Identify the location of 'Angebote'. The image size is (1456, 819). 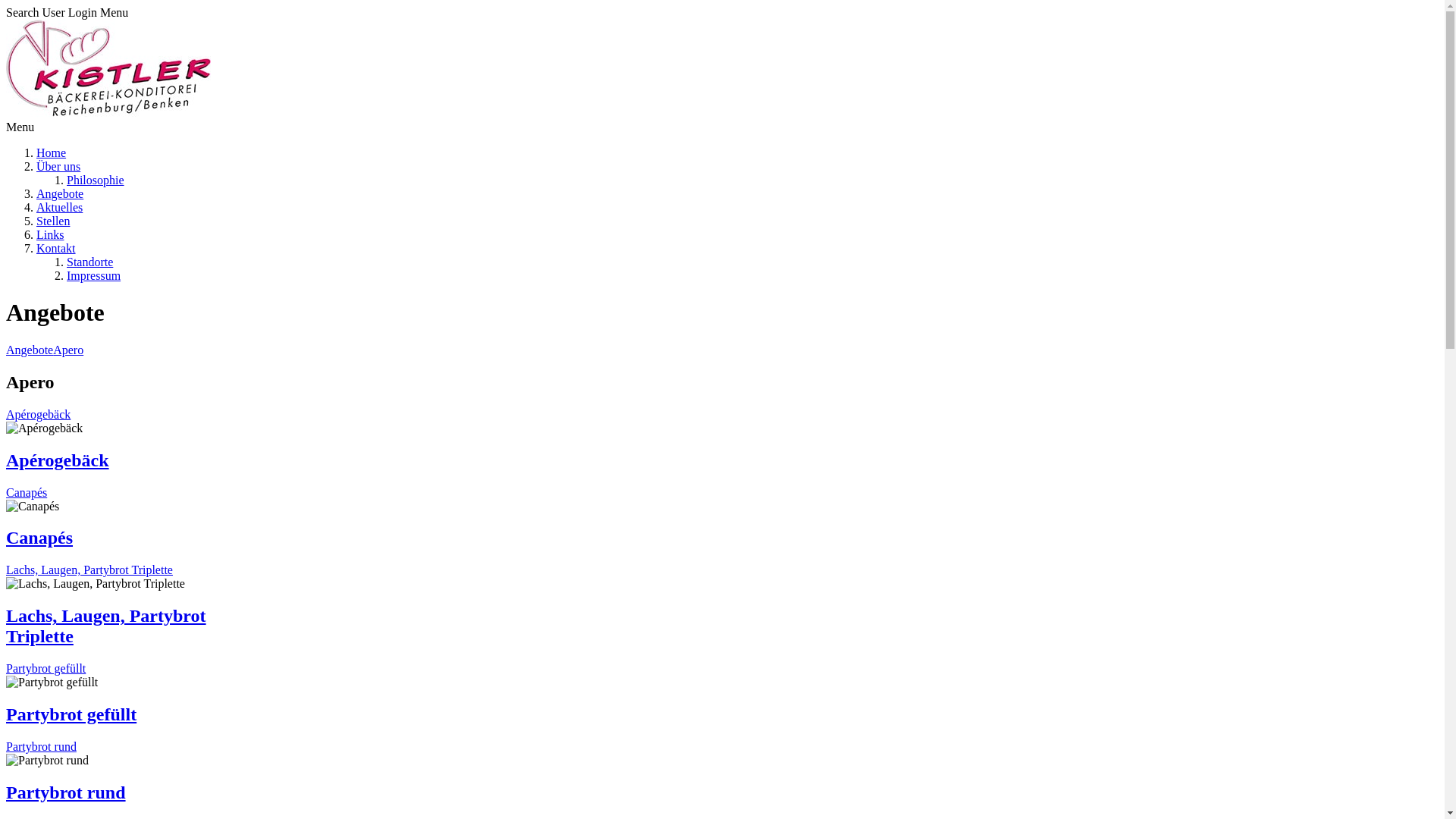
(29, 350).